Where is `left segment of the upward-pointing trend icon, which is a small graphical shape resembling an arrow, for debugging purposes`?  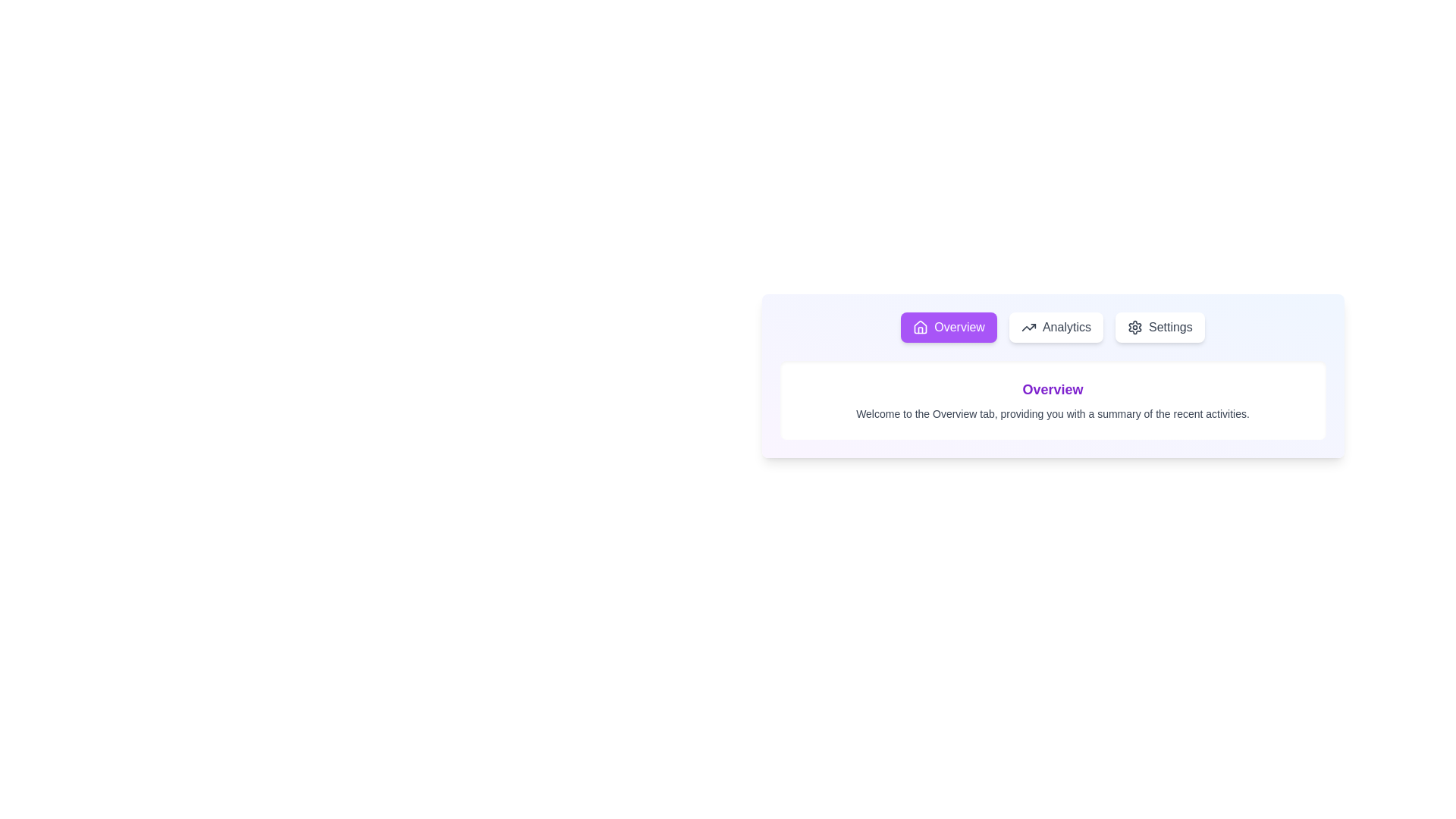
left segment of the upward-pointing trend icon, which is a small graphical shape resembling an arrow, for debugging purposes is located at coordinates (1028, 327).